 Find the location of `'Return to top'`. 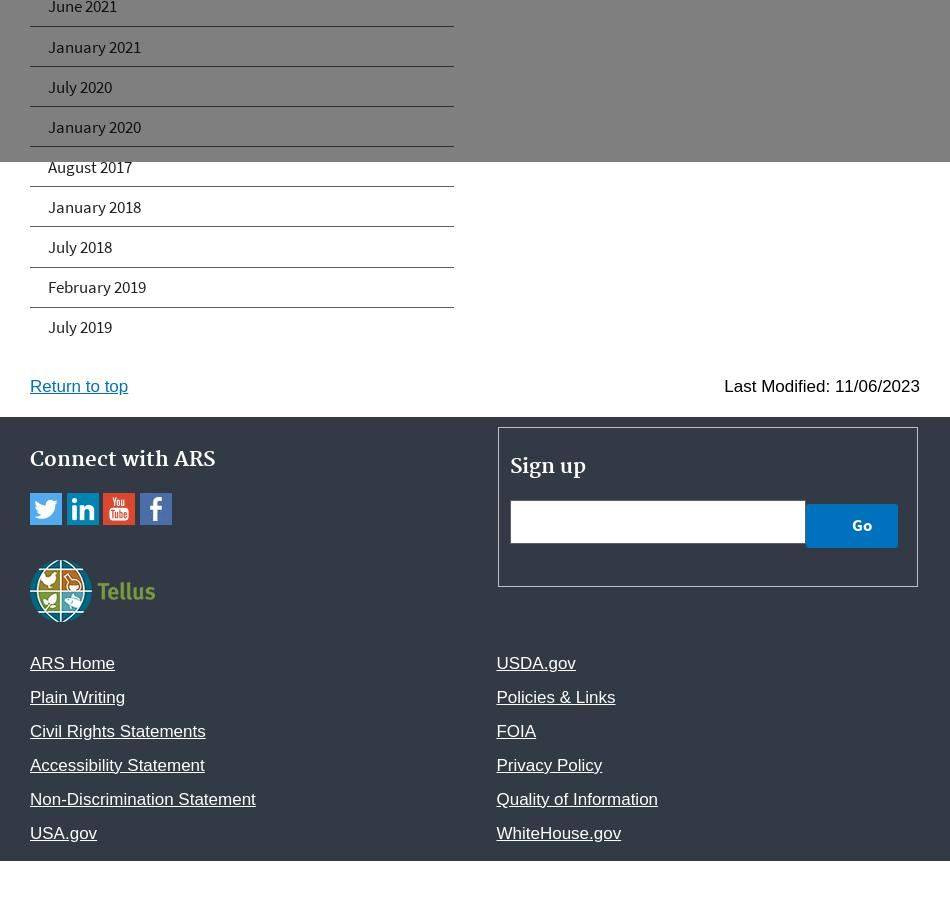

'Return to top' is located at coordinates (79, 385).